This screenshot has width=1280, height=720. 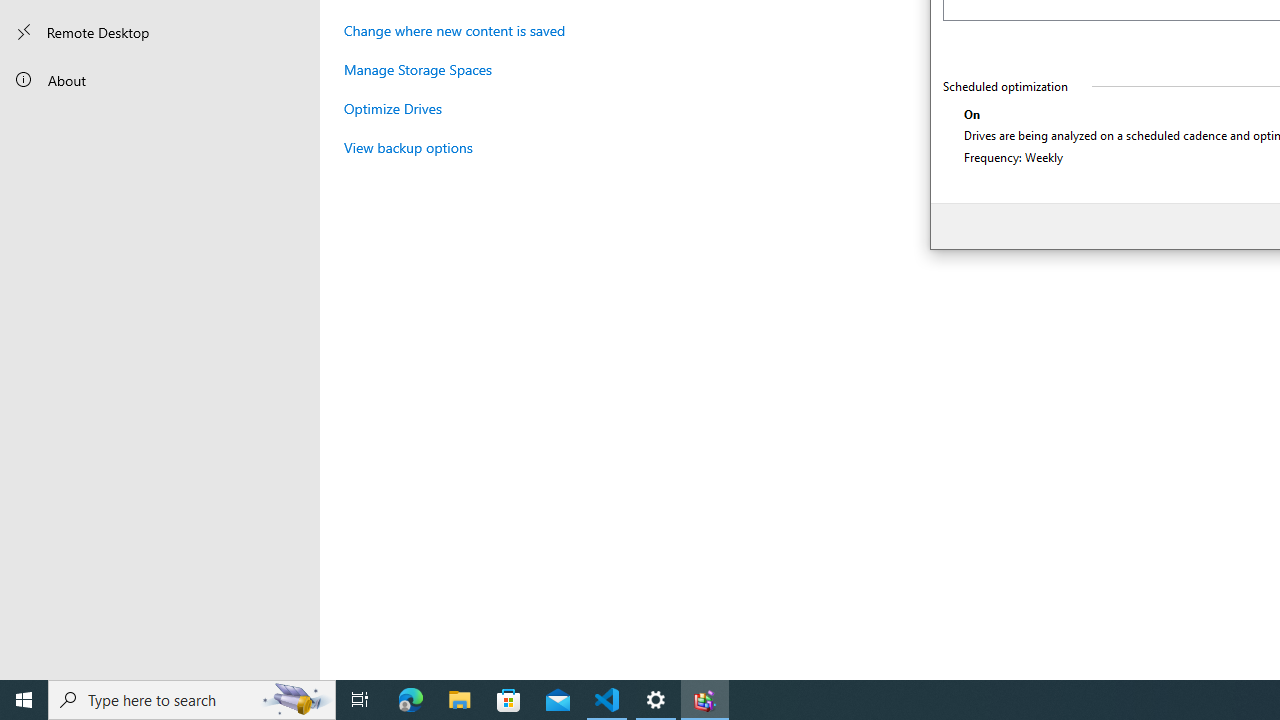 I want to click on 'Microsoft Store', so click(x=509, y=698).